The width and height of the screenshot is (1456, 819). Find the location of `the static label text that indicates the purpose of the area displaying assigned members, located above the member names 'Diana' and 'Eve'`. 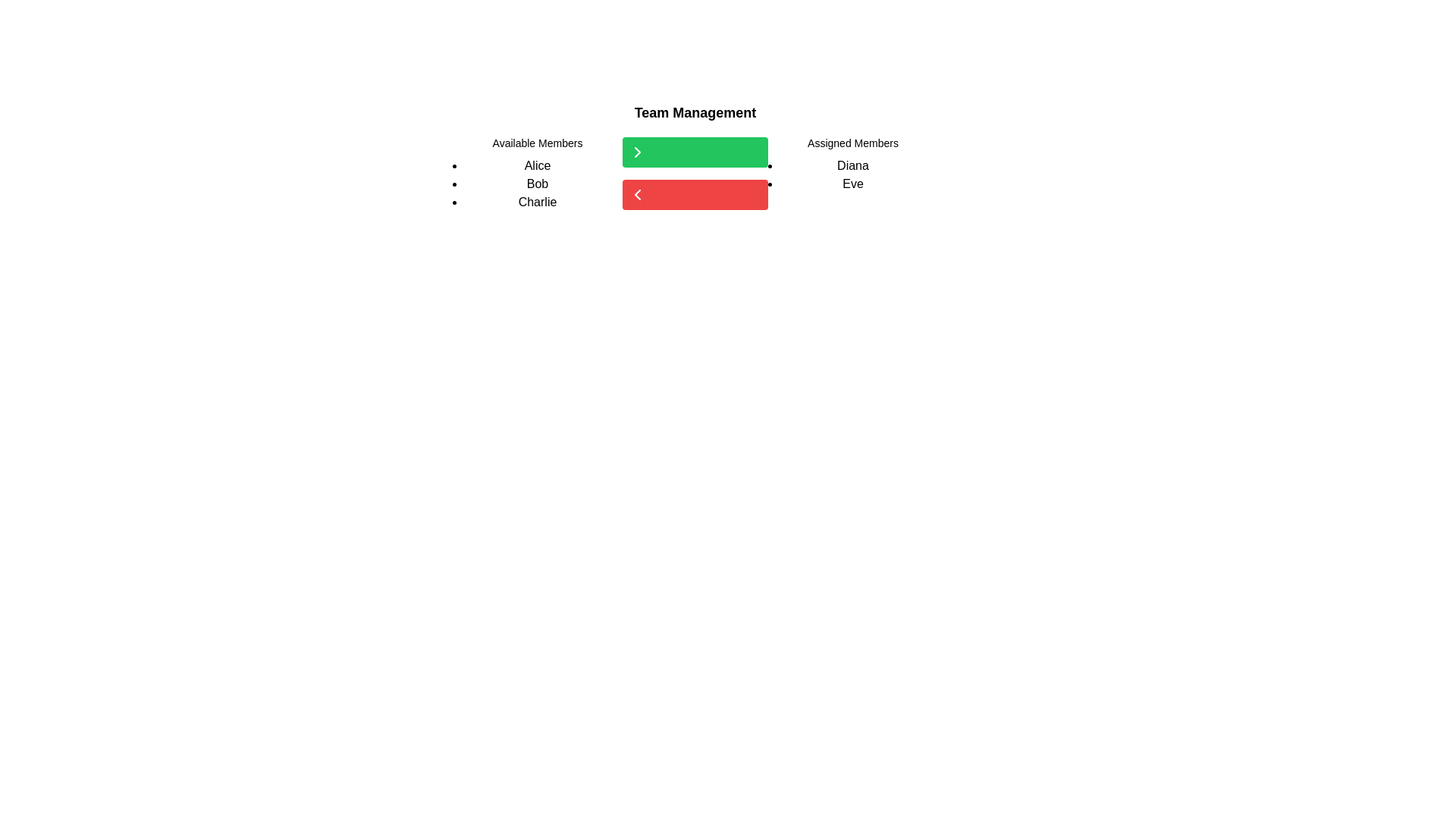

the static label text that indicates the purpose of the area displaying assigned members, located above the member names 'Diana' and 'Eve' is located at coordinates (852, 143).